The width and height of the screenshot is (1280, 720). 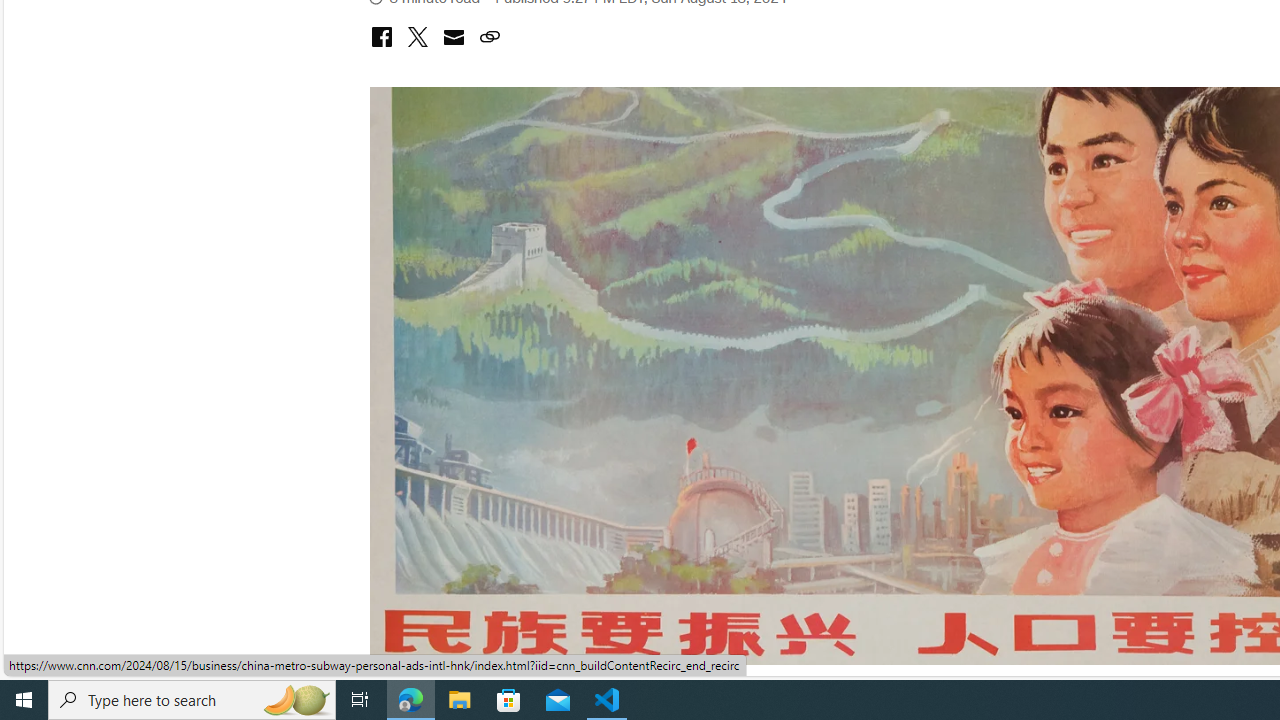 What do you see at coordinates (489, 38) in the screenshot?
I see `'copy link to clipboard'` at bounding box center [489, 38].